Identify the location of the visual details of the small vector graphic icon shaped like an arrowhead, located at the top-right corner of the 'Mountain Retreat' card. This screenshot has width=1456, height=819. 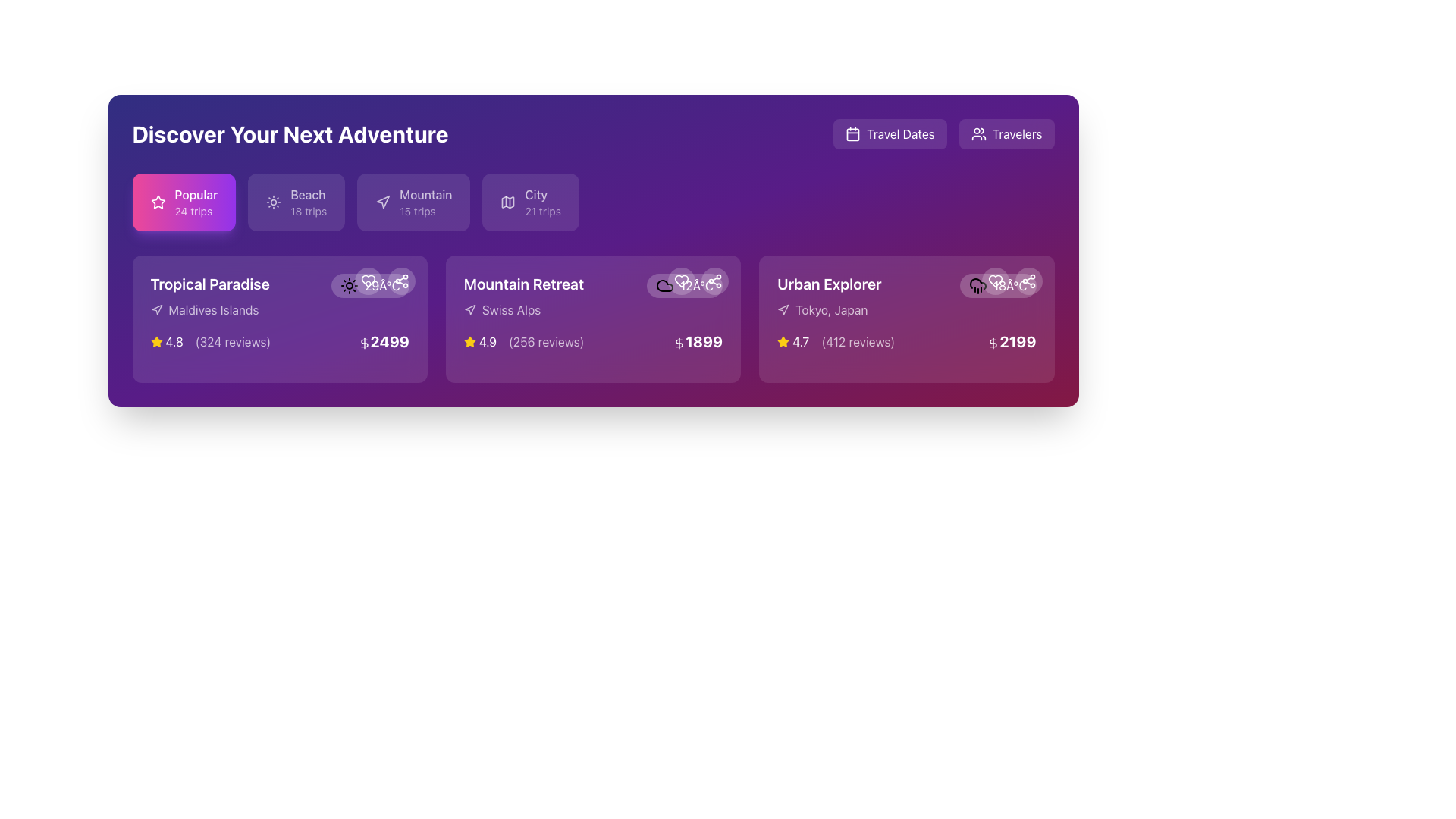
(469, 309).